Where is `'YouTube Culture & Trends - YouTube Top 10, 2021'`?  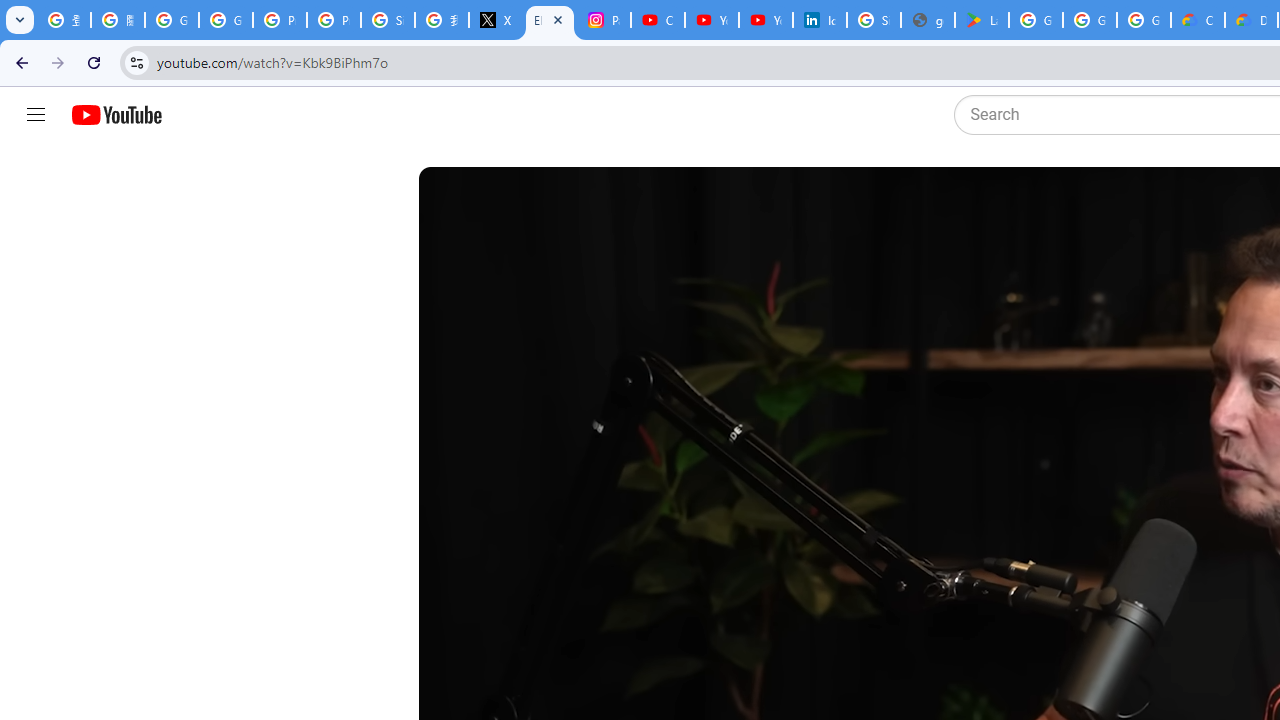
'YouTube Culture & Trends - YouTube Top 10, 2021' is located at coordinates (765, 20).